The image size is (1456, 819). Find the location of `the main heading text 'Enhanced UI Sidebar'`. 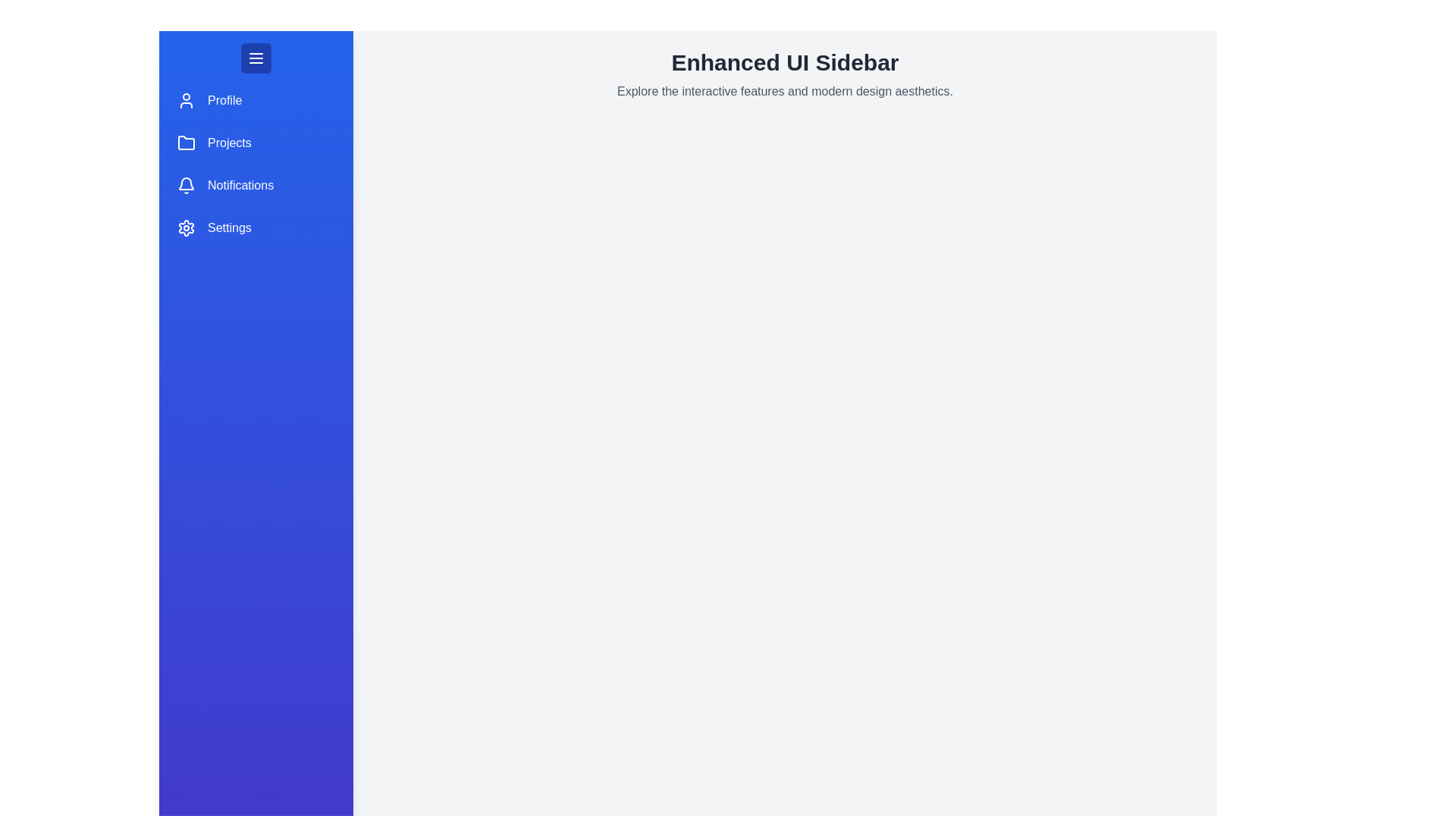

the main heading text 'Enhanced UI Sidebar' is located at coordinates (785, 62).